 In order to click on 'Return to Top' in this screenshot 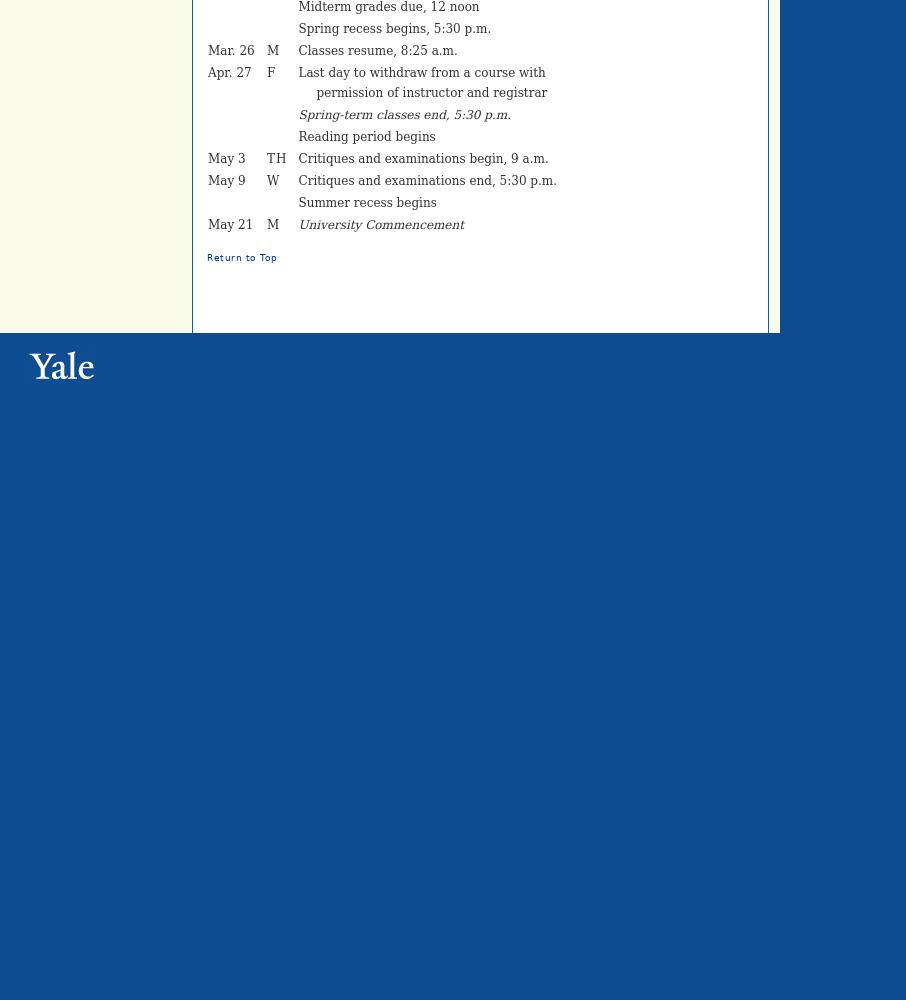, I will do `click(241, 258)`.